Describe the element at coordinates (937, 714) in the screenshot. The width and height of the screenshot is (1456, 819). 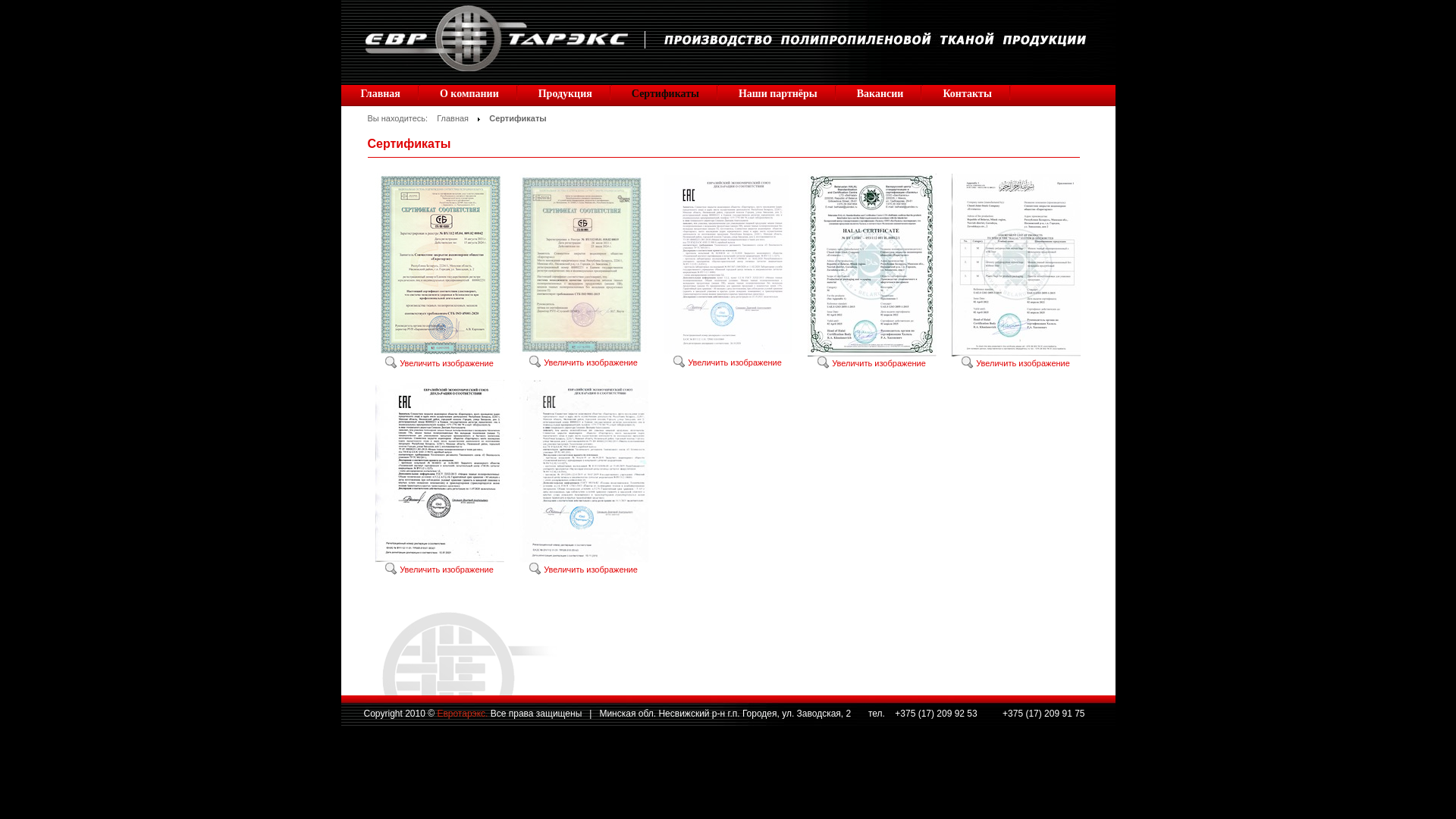
I see `'+375 (17) 209 92 53'` at that location.